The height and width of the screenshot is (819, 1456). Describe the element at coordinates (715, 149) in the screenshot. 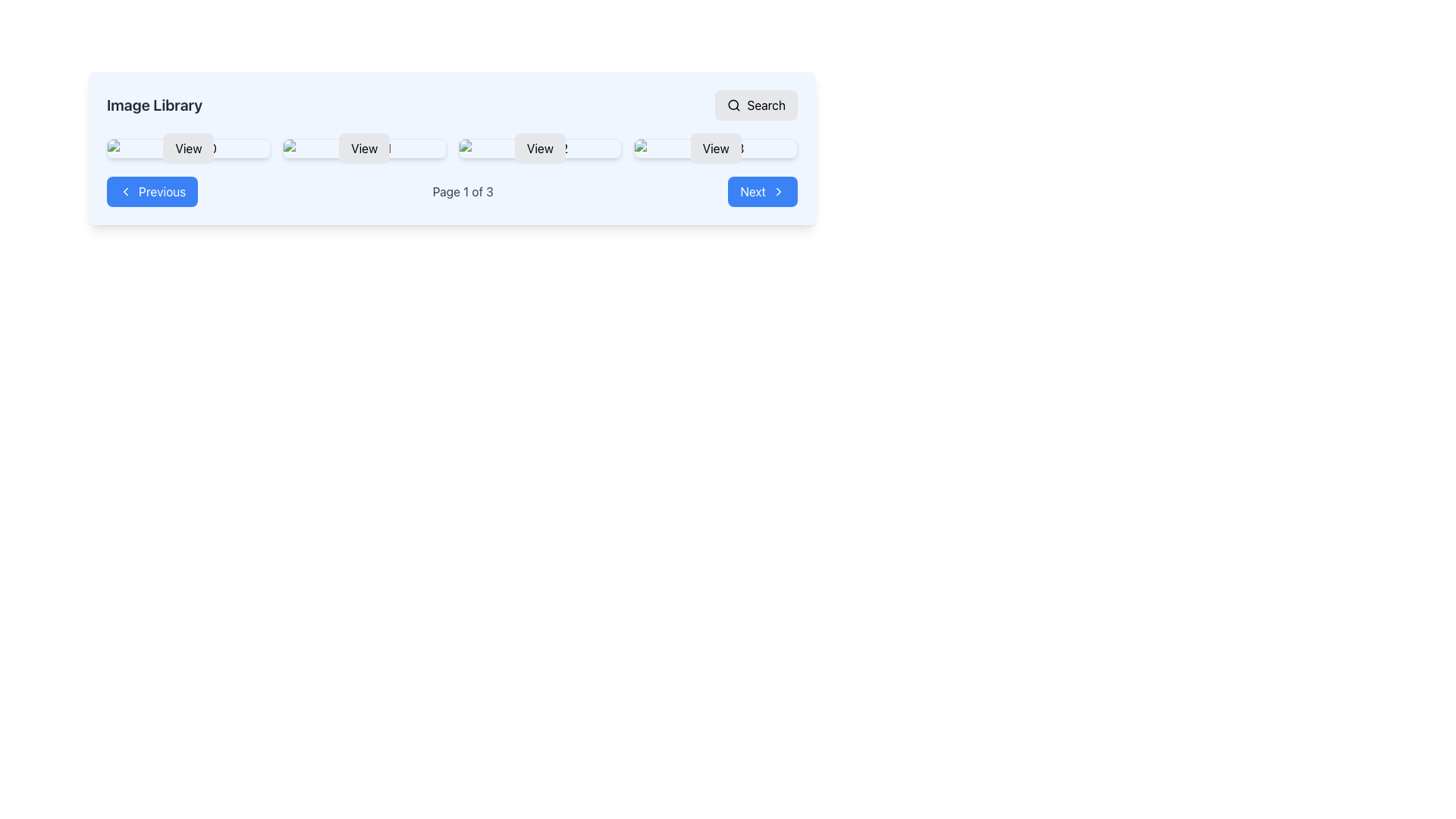

I see `the 'View' button, which is a rounded rectangle located in the last column of a four-column grid layout` at that location.